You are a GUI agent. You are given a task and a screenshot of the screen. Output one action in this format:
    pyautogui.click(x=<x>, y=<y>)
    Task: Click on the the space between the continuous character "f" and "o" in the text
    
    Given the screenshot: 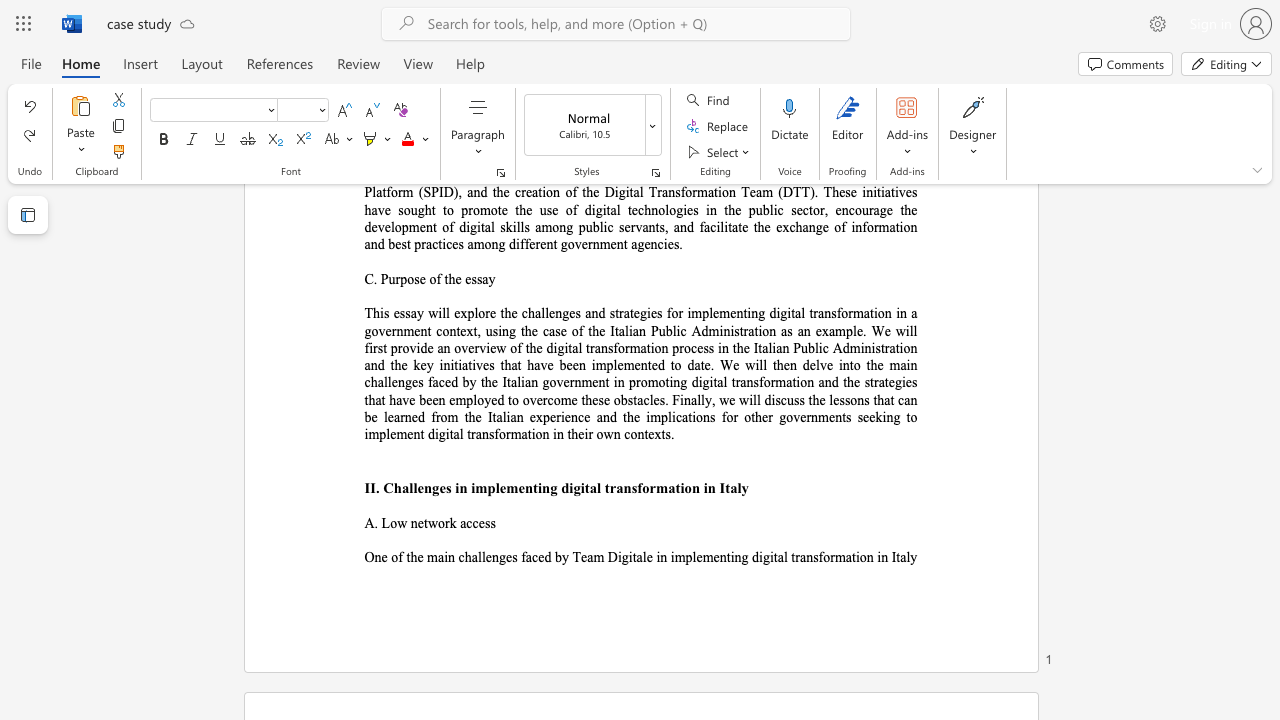 What is the action you would take?
    pyautogui.click(x=642, y=488)
    